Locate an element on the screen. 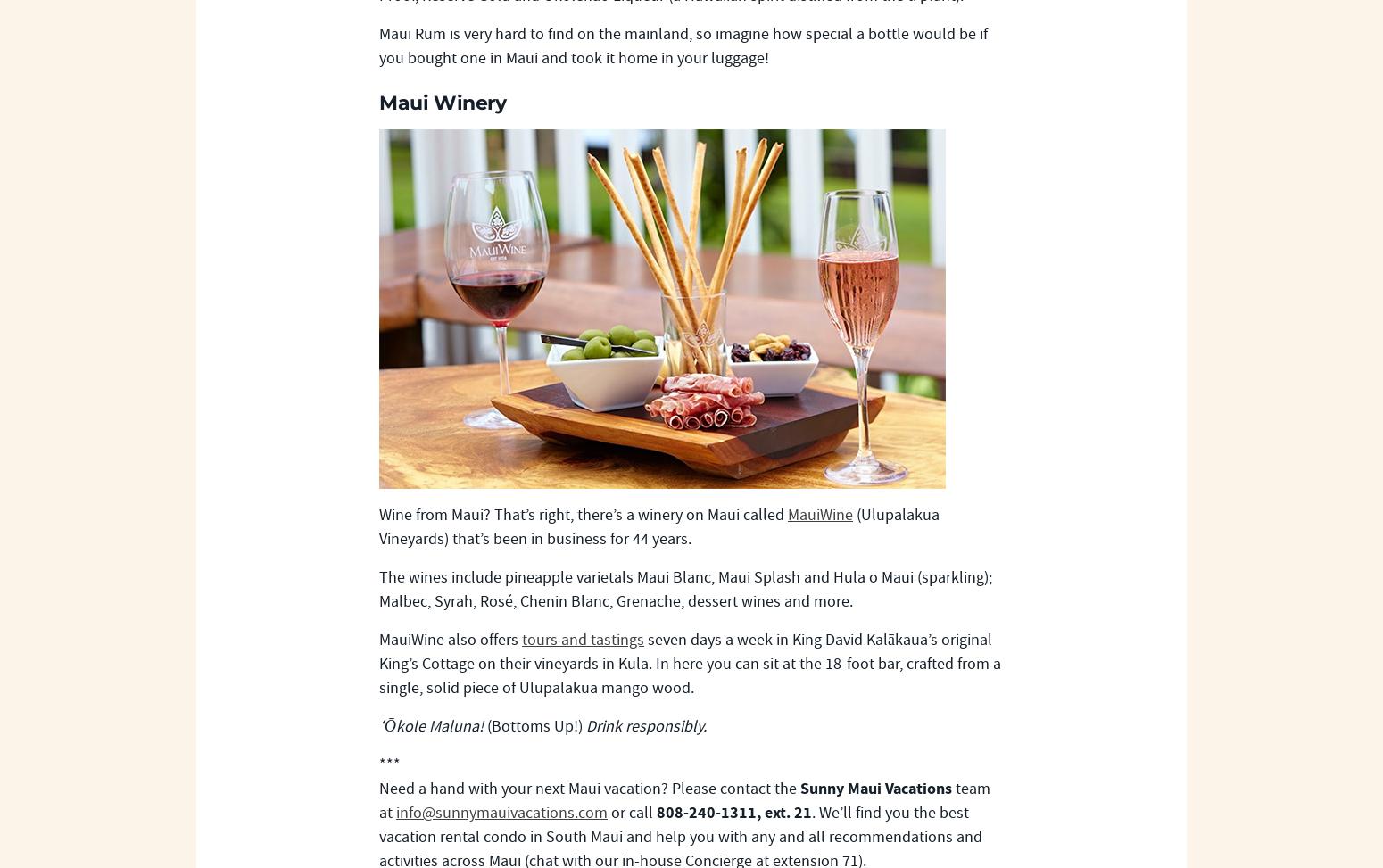 The height and width of the screenshot is (868, 1383). 'or call' is located at coordinates (632, 812).